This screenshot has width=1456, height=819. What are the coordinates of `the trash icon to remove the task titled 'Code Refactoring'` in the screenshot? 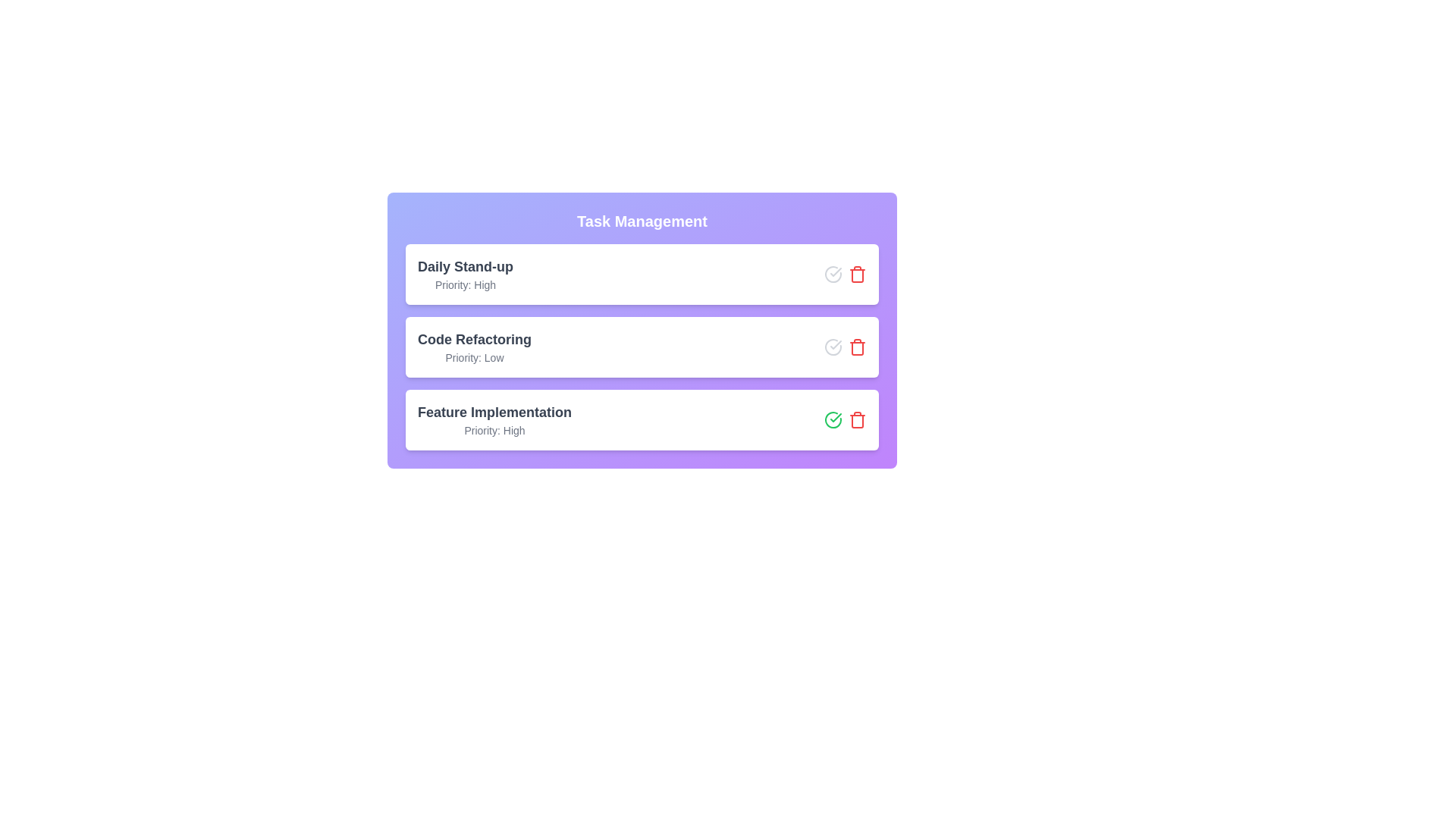 It's located at (858, 347).